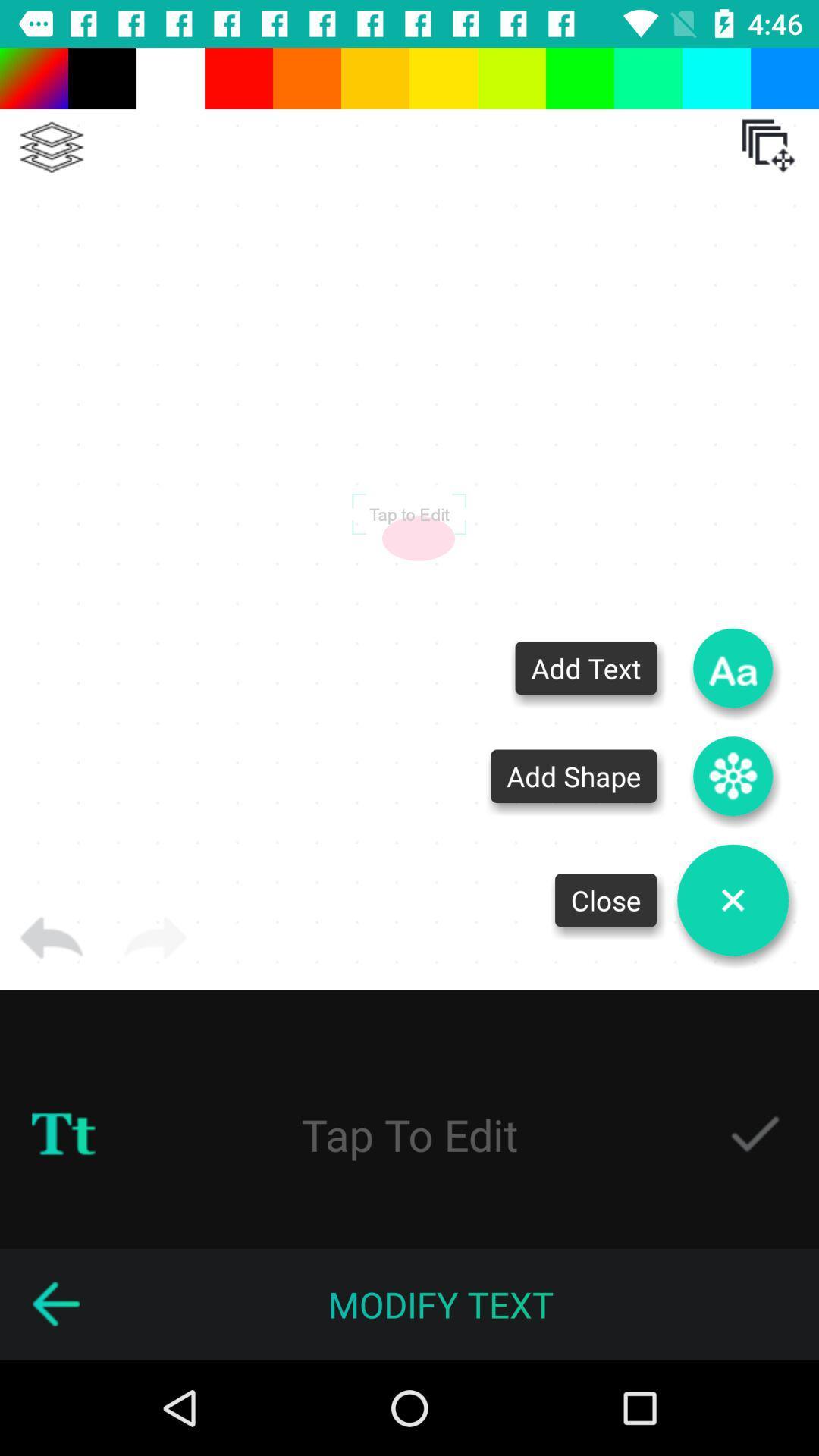 The width and height of the screenshot is (819, 1456). What do you see at coordinates (409, 1134) in the screenshot?
I see `text edit` at bounding box center [409, 1134].